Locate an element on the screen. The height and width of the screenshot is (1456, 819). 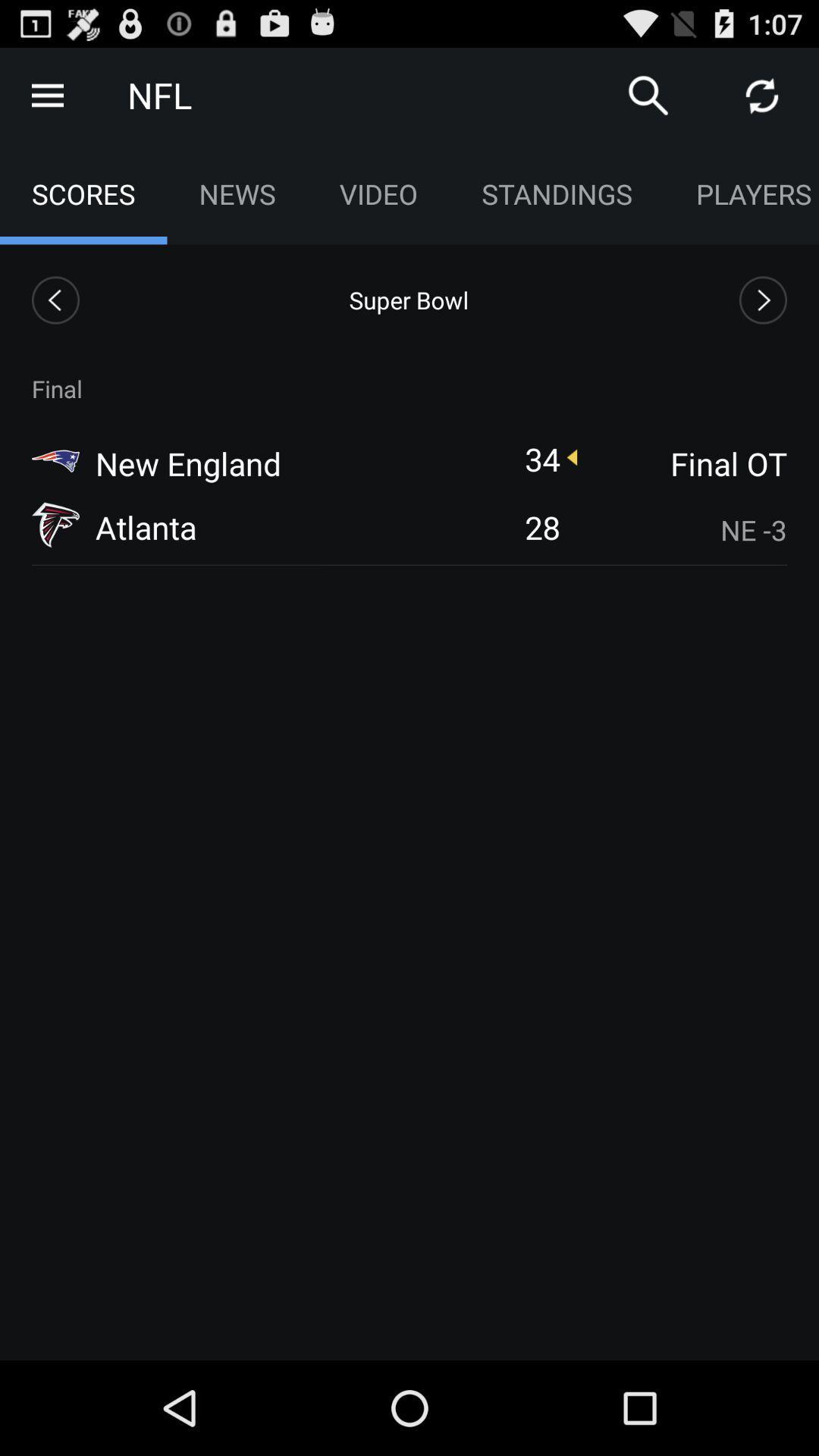
app on the right is located at coordinates (683, 530).